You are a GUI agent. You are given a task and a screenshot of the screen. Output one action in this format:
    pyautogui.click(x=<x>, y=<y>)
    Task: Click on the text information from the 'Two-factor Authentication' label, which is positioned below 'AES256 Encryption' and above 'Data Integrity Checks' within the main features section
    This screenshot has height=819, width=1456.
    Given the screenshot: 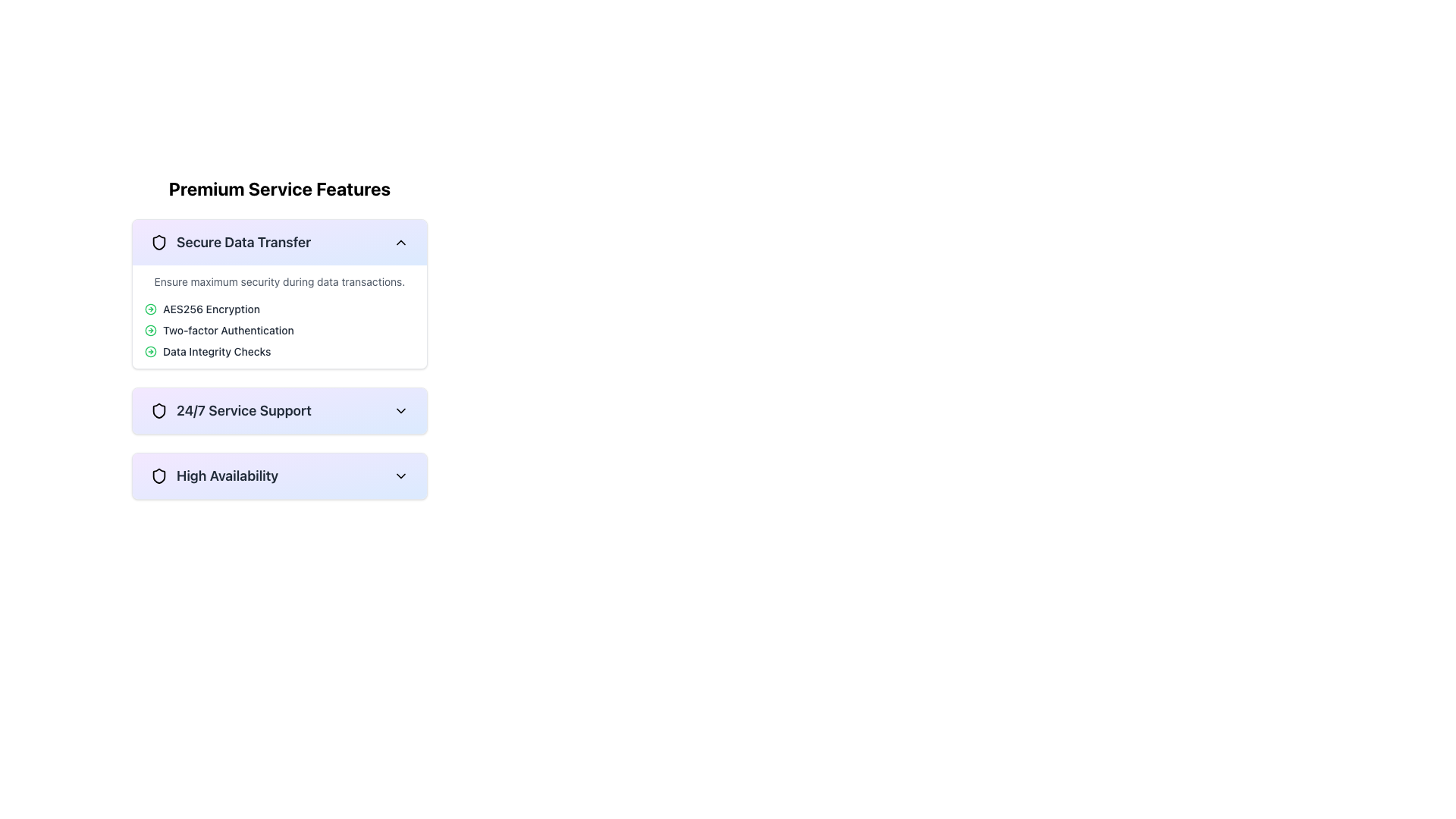 What is the action you would take?
    pyautogui.click(x=227, y=329)
    